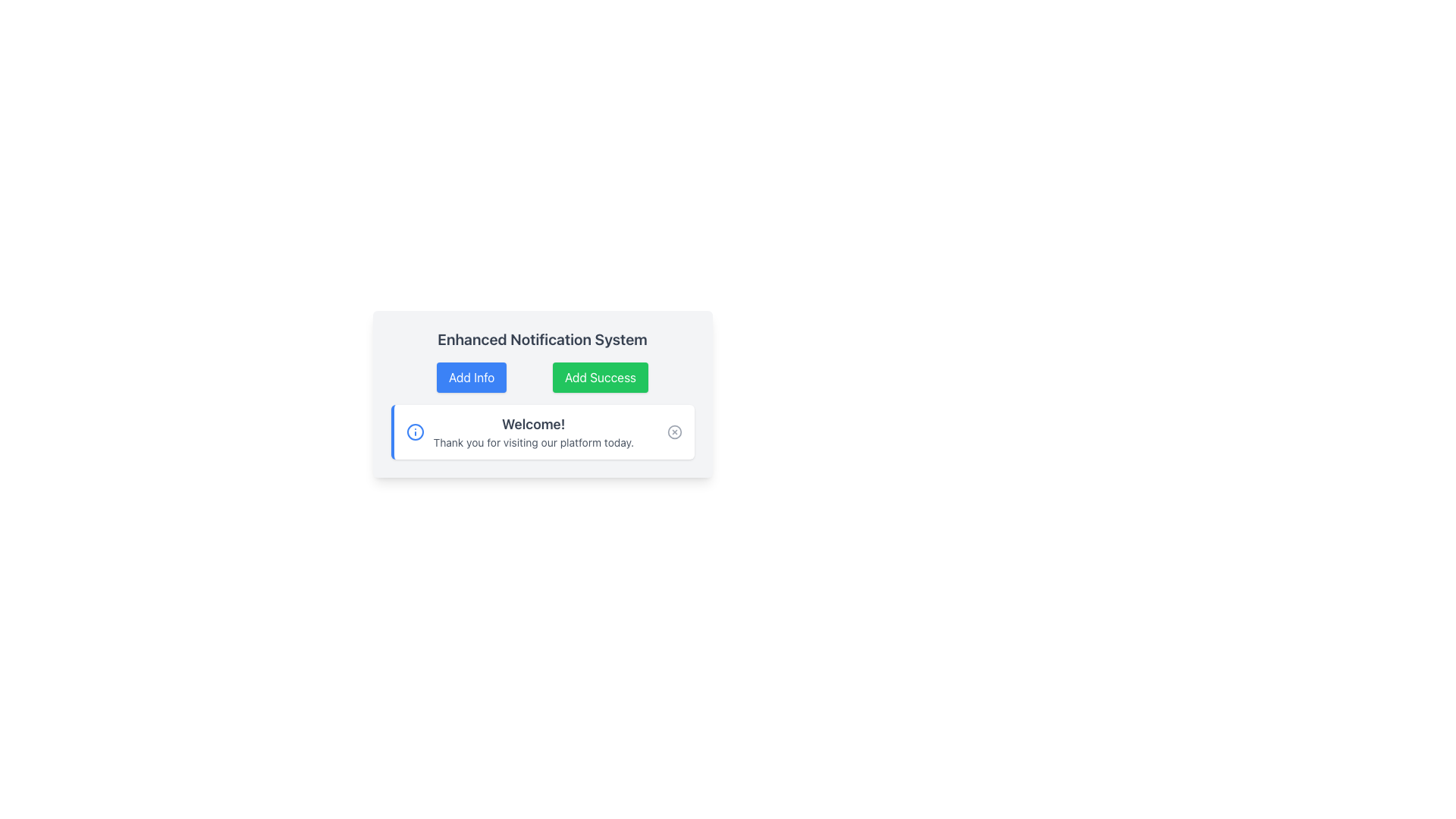 This screenshot has width=1456, height=819. What do you see at coordinates (600, 376) in the screenshot?
I see `the green button labeled 'Add Success' located to the right of the 'Add Info' button, positioned below the 'Enhanced Notification System' heading` at bounding box center [600, 376].